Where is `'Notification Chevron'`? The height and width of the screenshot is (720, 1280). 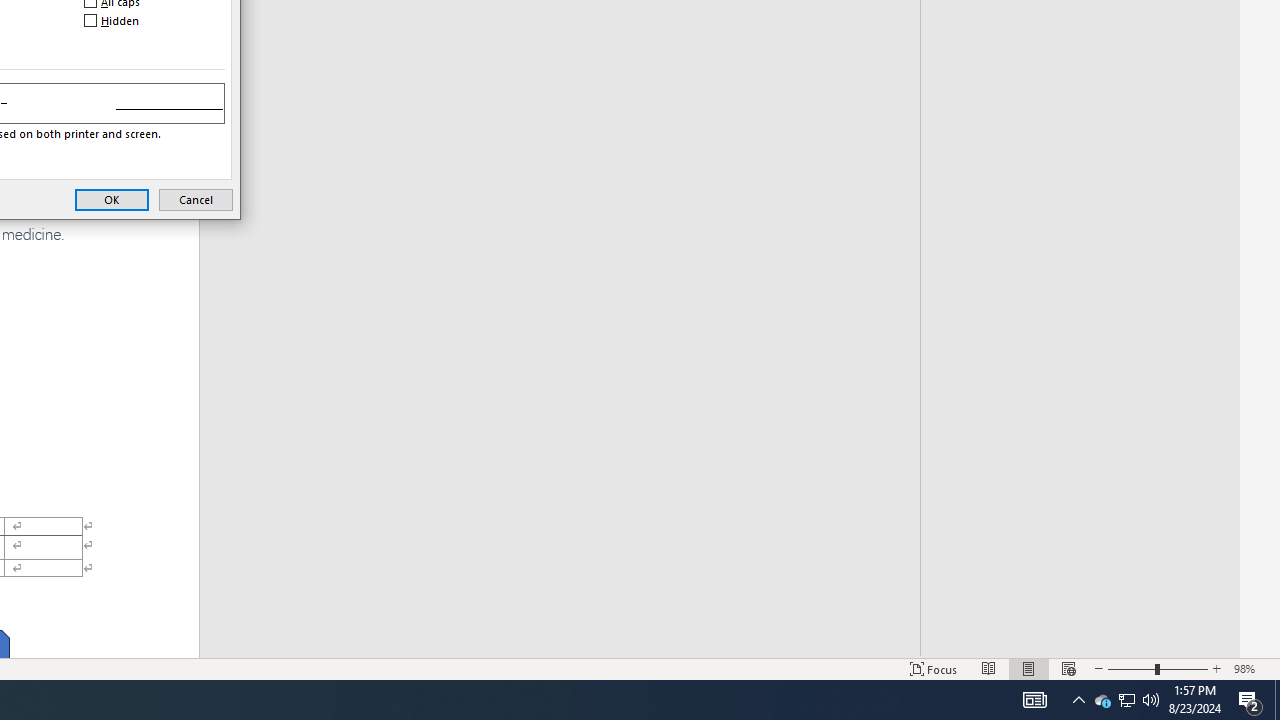
'Notification Chevron' is located at coordinates (1127, 698).